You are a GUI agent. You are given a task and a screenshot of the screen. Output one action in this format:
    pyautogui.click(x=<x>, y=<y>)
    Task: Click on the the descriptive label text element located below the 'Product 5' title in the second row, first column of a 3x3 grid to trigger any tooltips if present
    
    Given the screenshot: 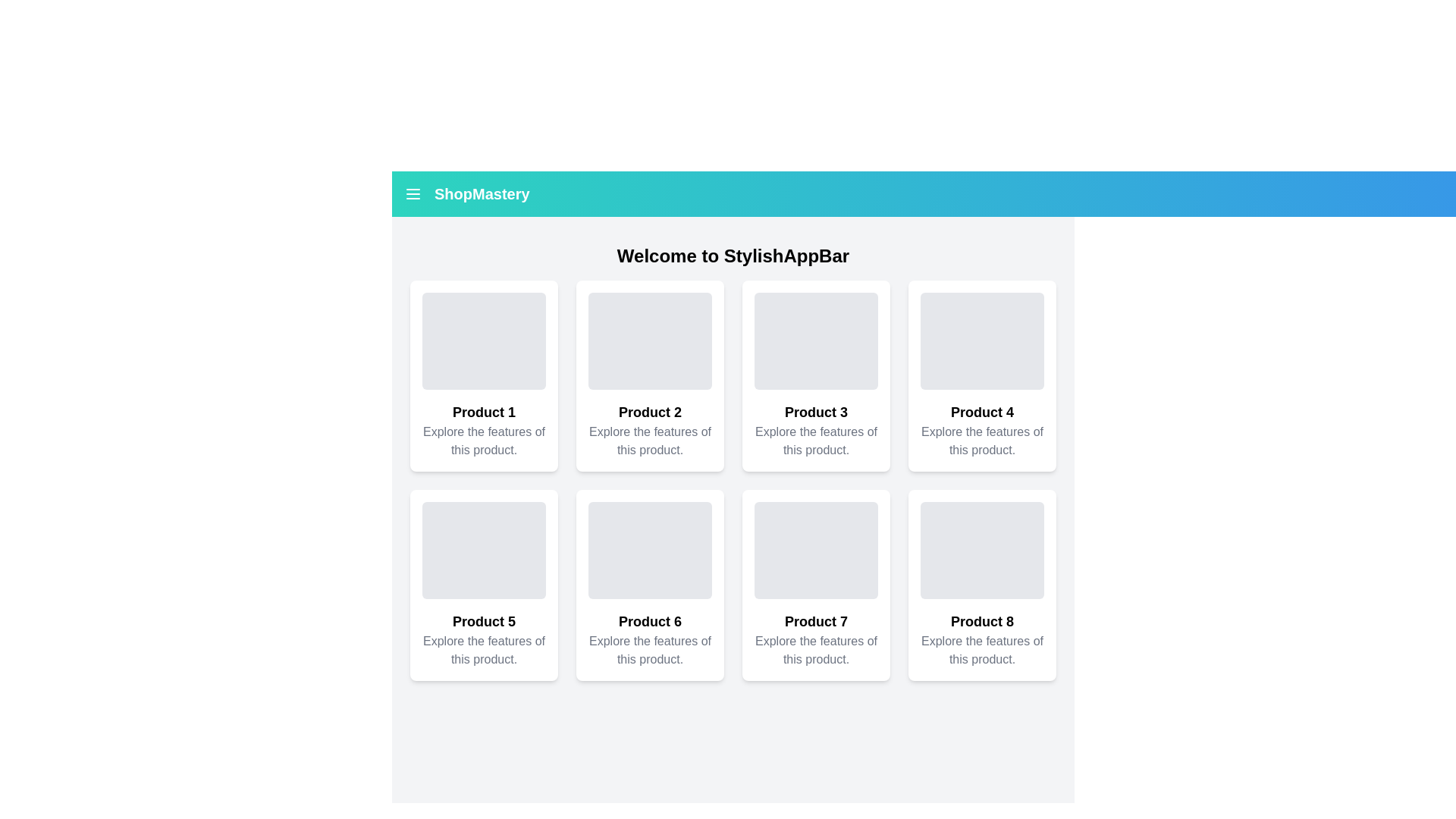 What is the action you would take?
    pyautogui.click(x=483, y=649)
    